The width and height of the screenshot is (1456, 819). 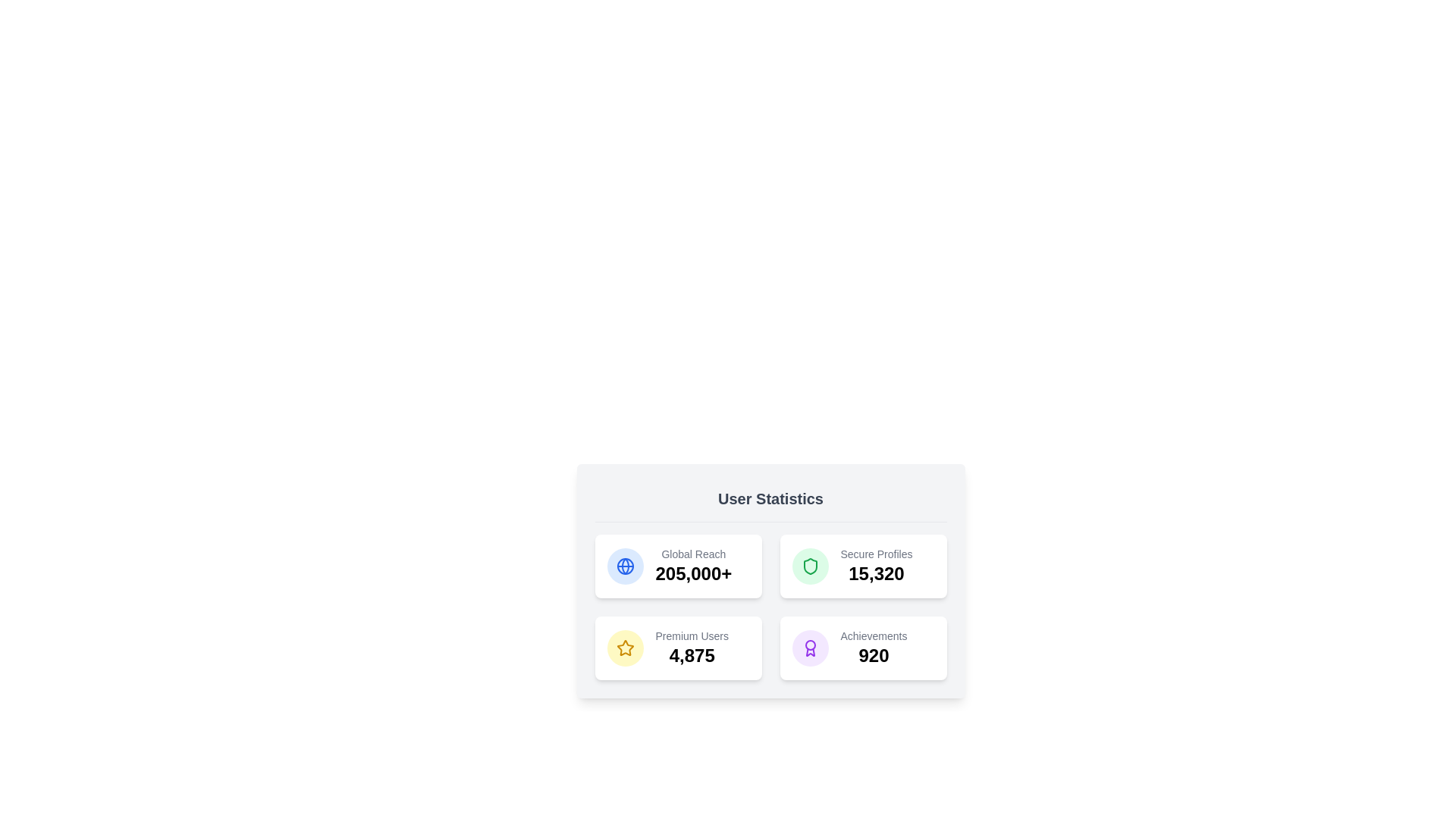 I want to click on the 'Secure Profiles' icon element, which is a visual indicator with a shield motif, located in the top-right quadrant of the card labeled 'Secure Profiles 15,320', so click(x=809, y=566).